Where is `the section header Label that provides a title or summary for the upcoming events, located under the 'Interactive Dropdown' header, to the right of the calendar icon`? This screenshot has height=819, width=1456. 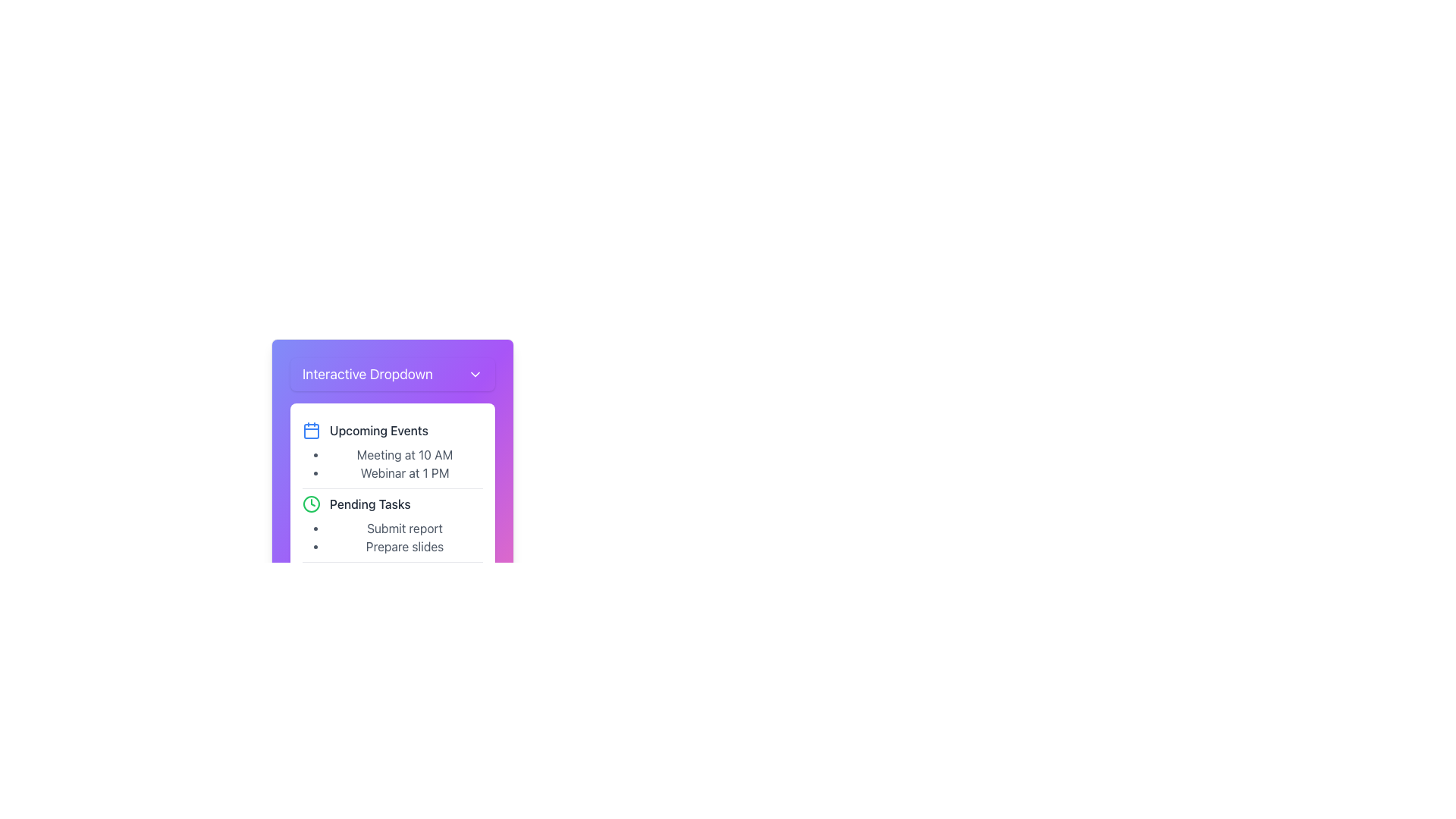 the section header Label that provides a title or summary for the upcoming events, located under the 'Interactive Dropdown' header, to the right of the calendar icon is located at coordinates (378, 430).